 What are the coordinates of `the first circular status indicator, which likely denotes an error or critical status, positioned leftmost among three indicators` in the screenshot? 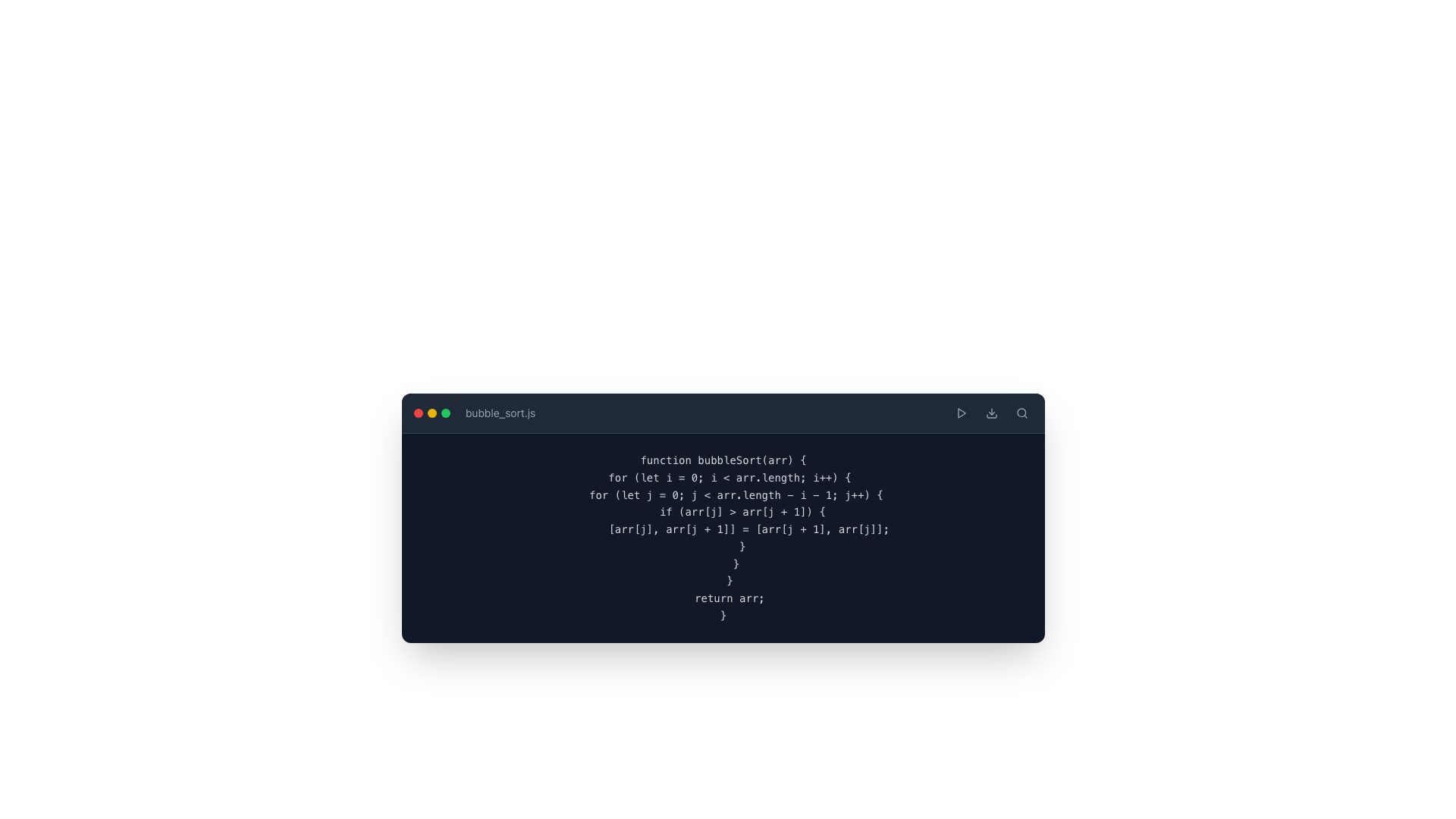 It's located at (419, 413).